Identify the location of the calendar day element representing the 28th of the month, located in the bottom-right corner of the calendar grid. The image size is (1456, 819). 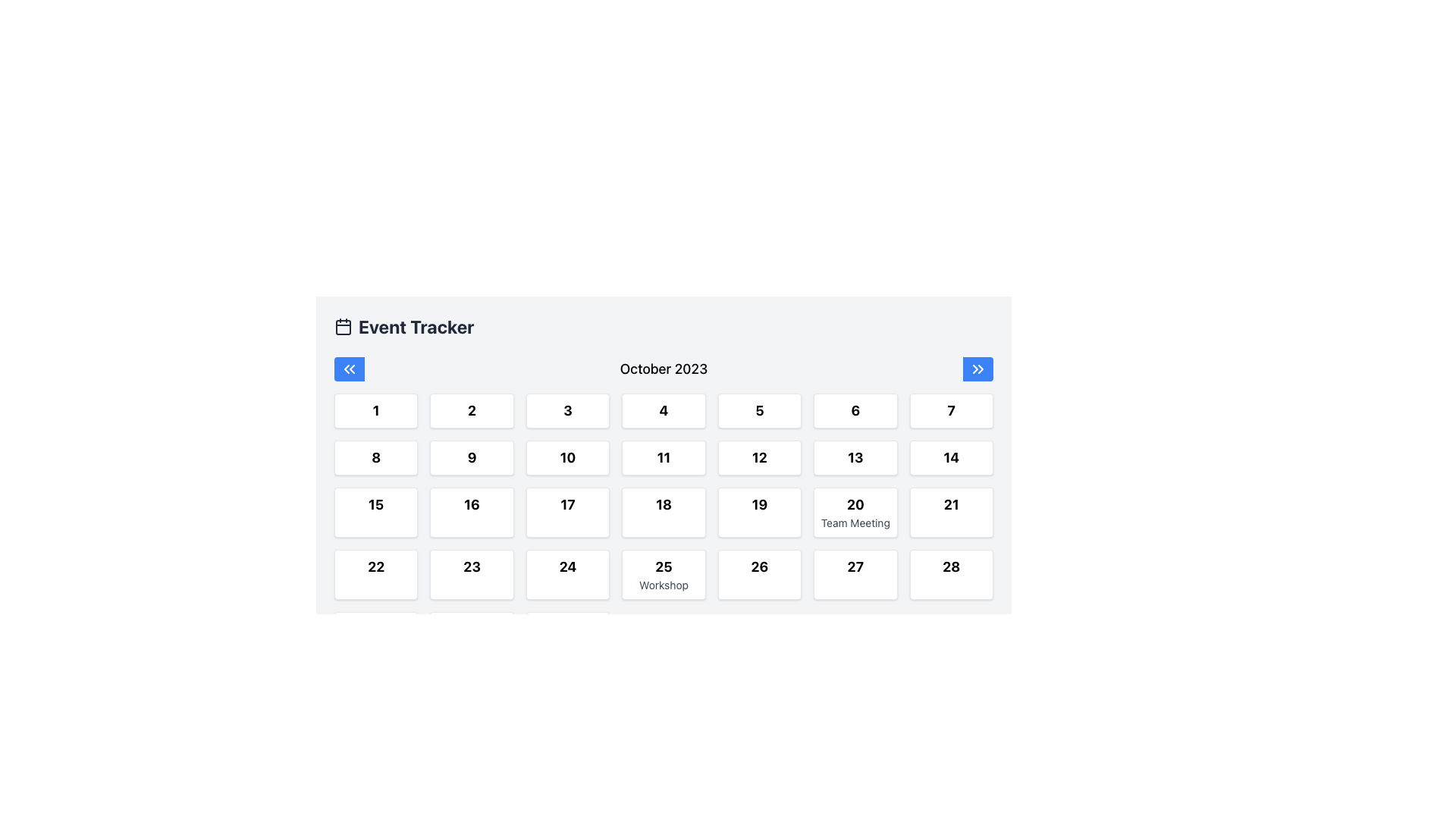
(950, 575).